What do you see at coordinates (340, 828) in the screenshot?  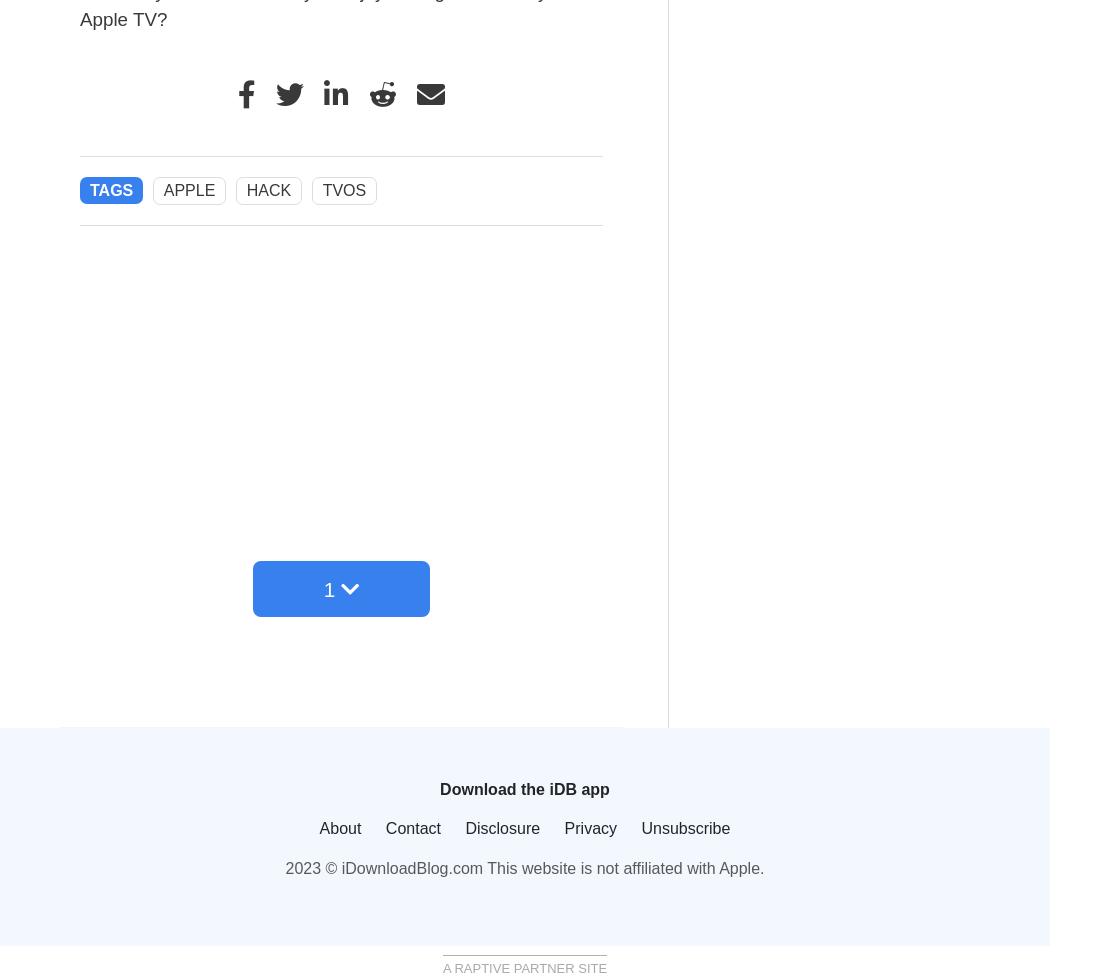 I see `'About'` at bounding box center [340, 828].